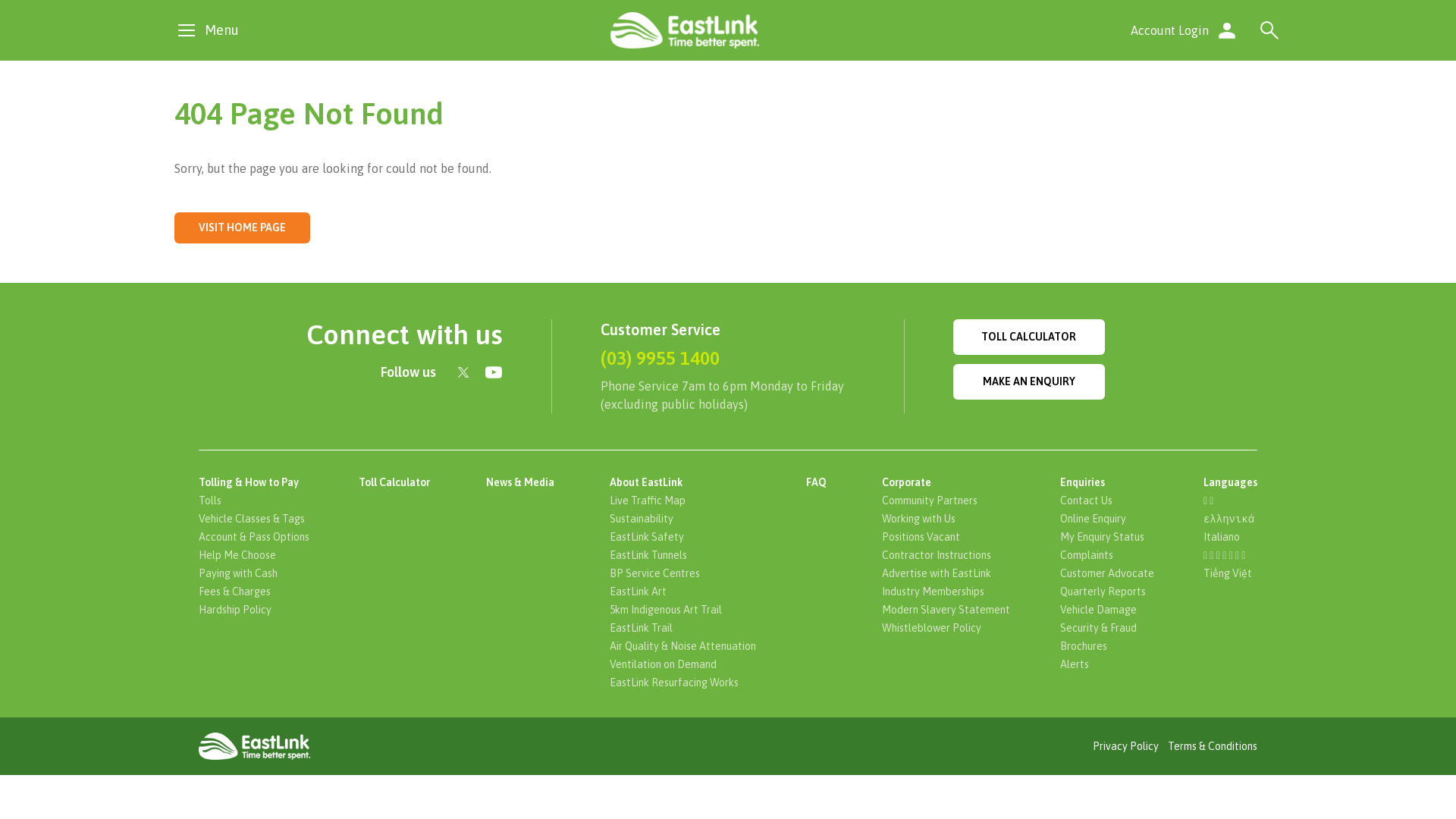 Image resolution: width=1456 pixels, height=819 pixels. What do you see at coordinates (942, 555) in the screenshot?
I see `'Contractor Instructions'` at bounding box center [942, 555].